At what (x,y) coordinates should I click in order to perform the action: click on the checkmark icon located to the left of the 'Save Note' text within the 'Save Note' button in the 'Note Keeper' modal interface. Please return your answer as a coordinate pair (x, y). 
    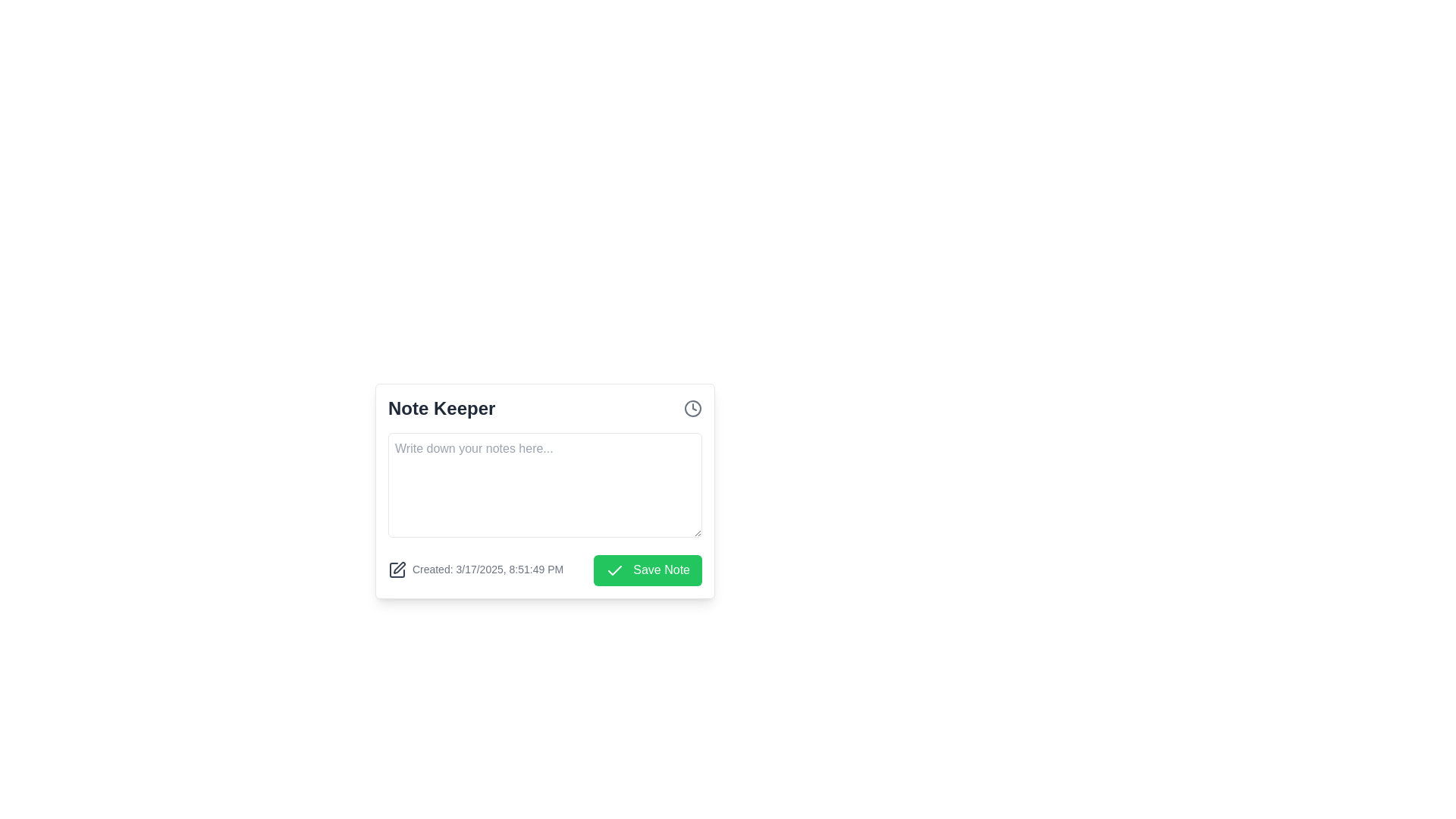
    Looking at the image, I should click on (614, 570).